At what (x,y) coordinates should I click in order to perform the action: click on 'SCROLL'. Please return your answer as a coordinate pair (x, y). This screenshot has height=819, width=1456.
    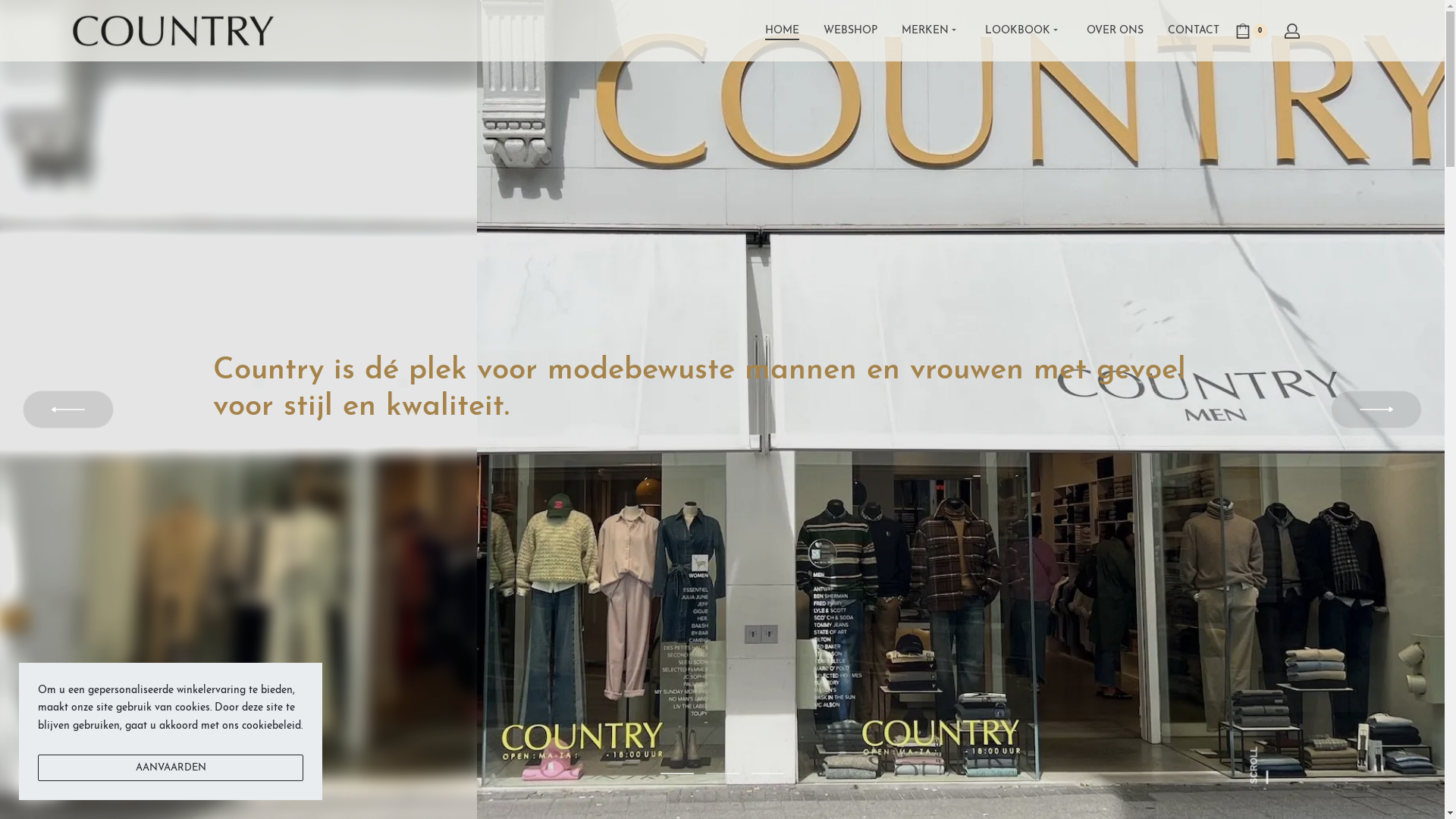
    Looking at the image, I should click on (1268, 755).